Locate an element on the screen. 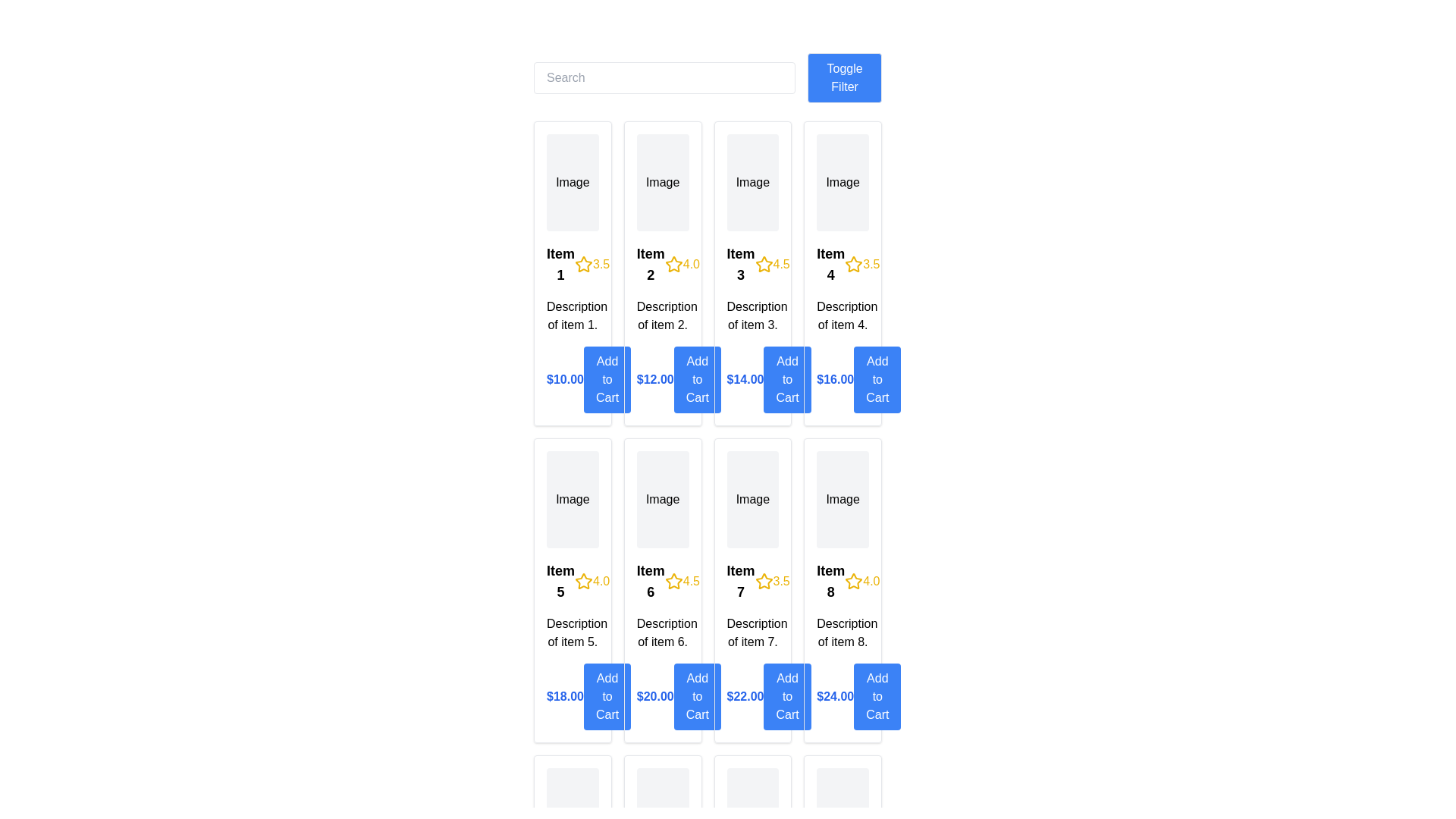  the display text element that shows 'Item 4' with a yellow star icon and a rating value of '3.5', which is styled in bold and located in the fourth card of the grid layout is located at coordinates (842, 263).